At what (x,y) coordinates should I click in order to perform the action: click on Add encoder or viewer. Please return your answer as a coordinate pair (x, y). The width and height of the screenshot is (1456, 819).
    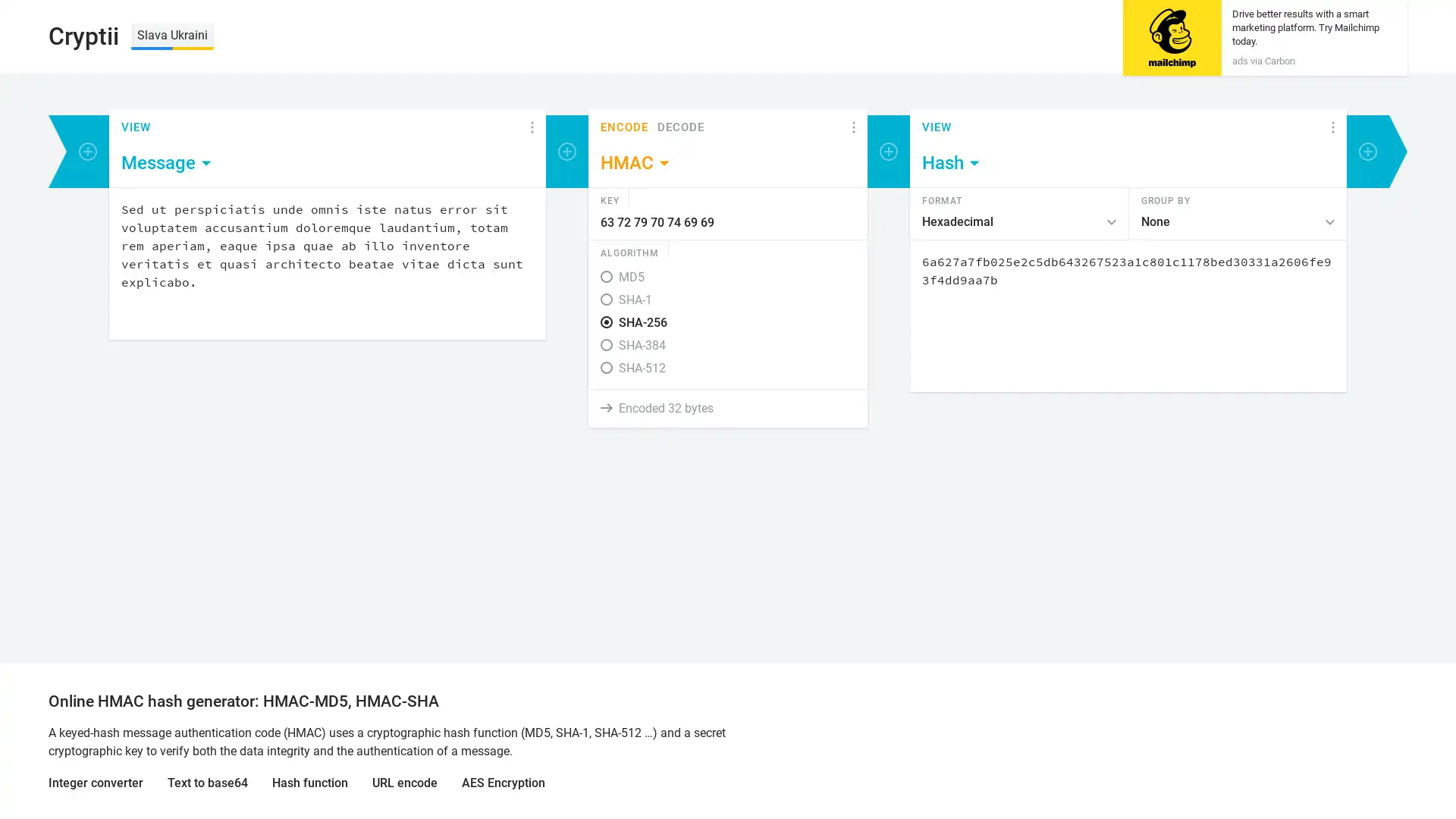
    Looking at the image, I should click on (888, 152).